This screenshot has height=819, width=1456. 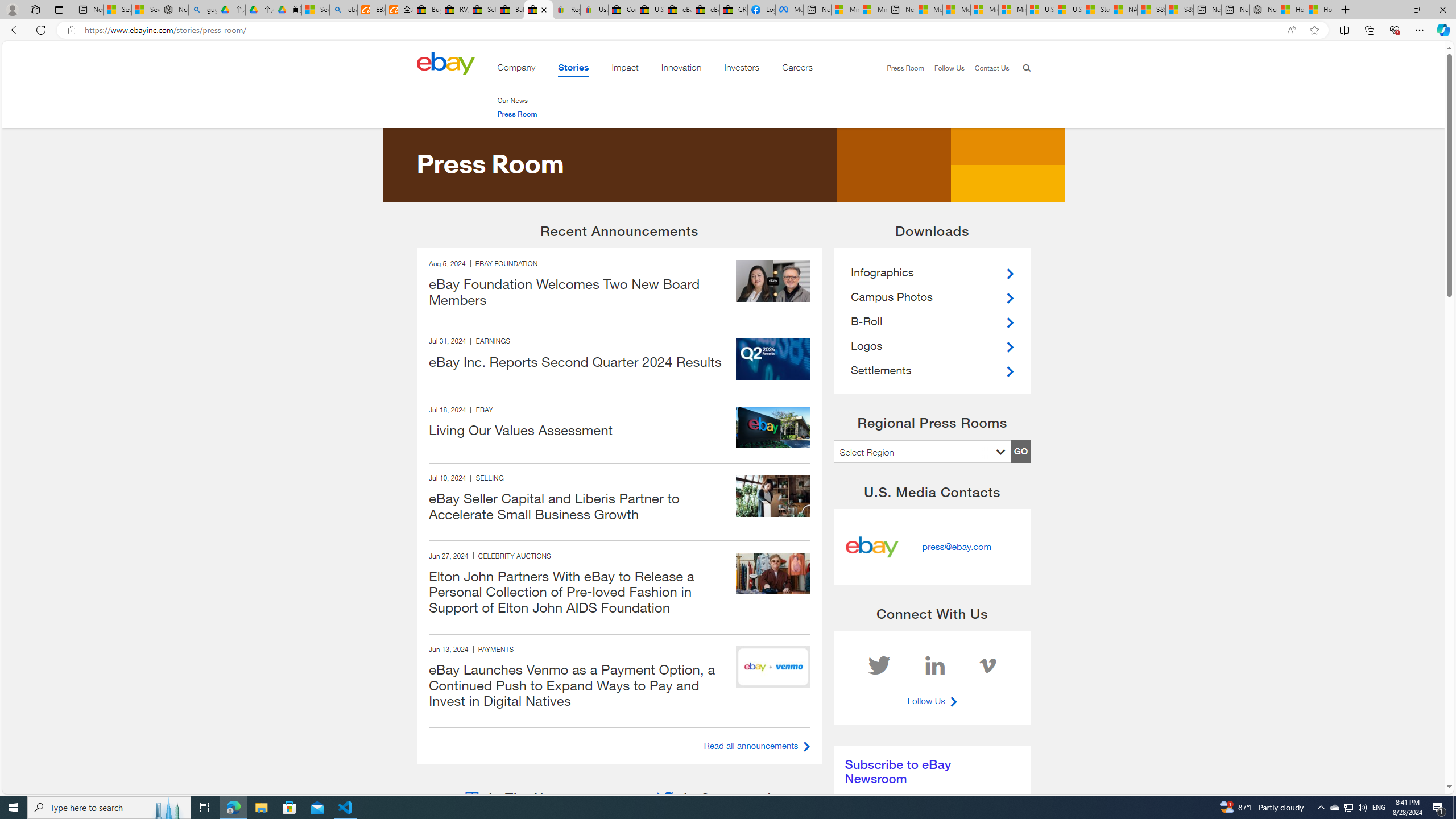 What do you see at coordinates (772, 280) in the screenshot?
I see `'240725 BoardMembers announcement v1 inc 1600x900 image B1'` at bounding box center [772, 280].